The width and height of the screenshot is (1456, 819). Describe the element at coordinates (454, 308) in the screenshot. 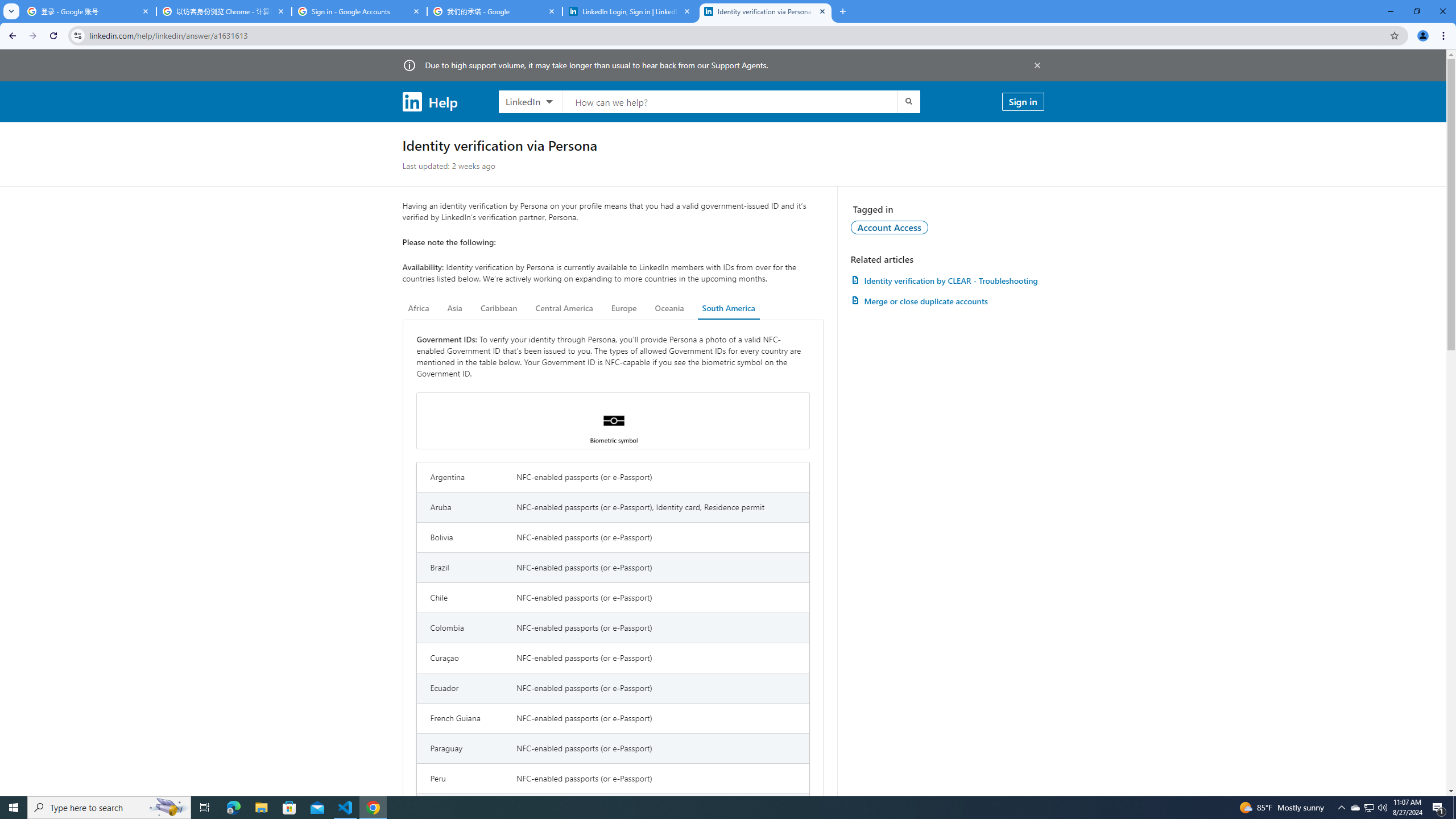

I see `'Asia'` at that location.